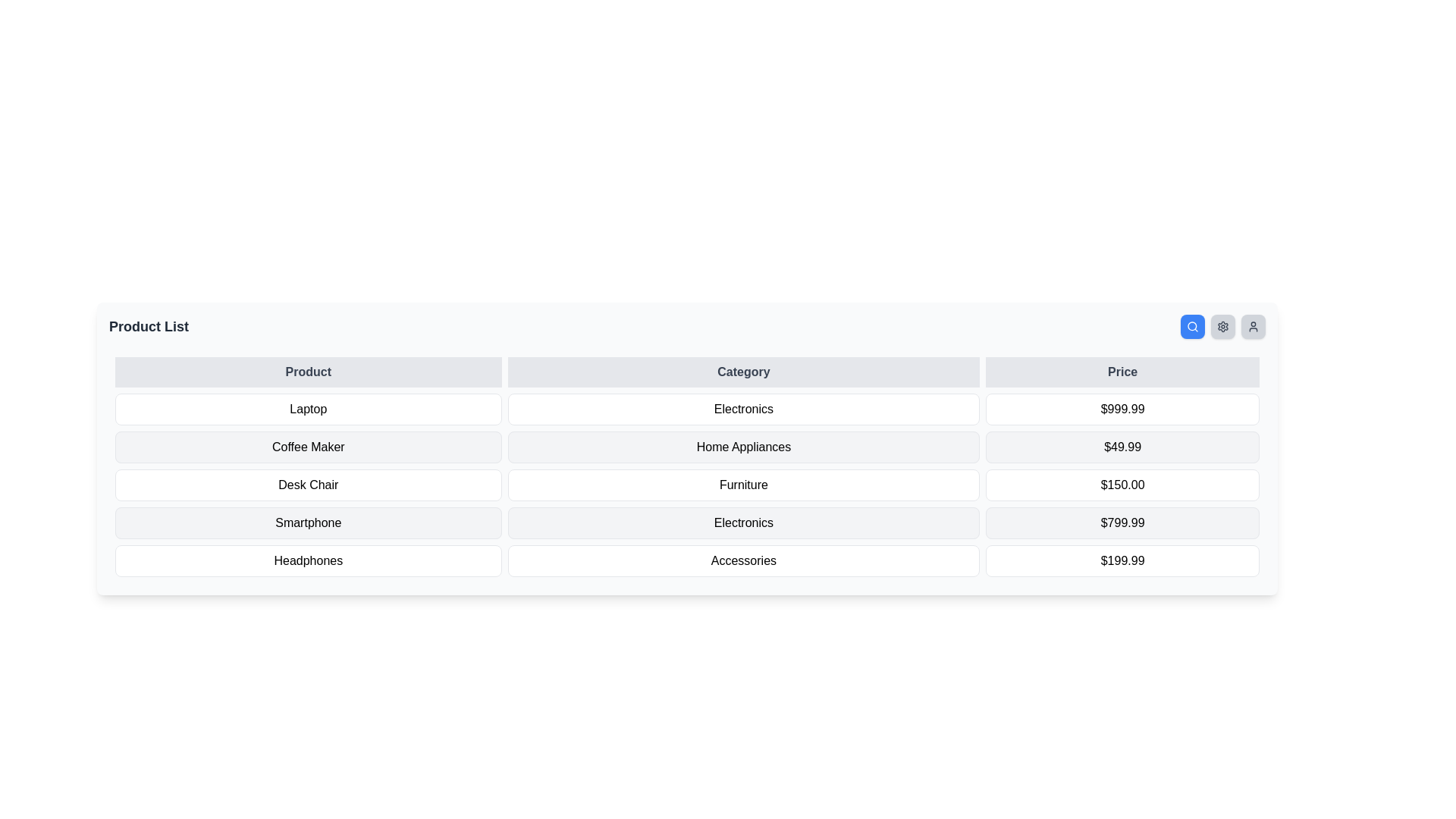 The height and width of the screenshot is (819, 1456). I want to click on the table cell displaying the text 'Laptop', which is located in the first column of the second row of a table layout, so click(307, 409).